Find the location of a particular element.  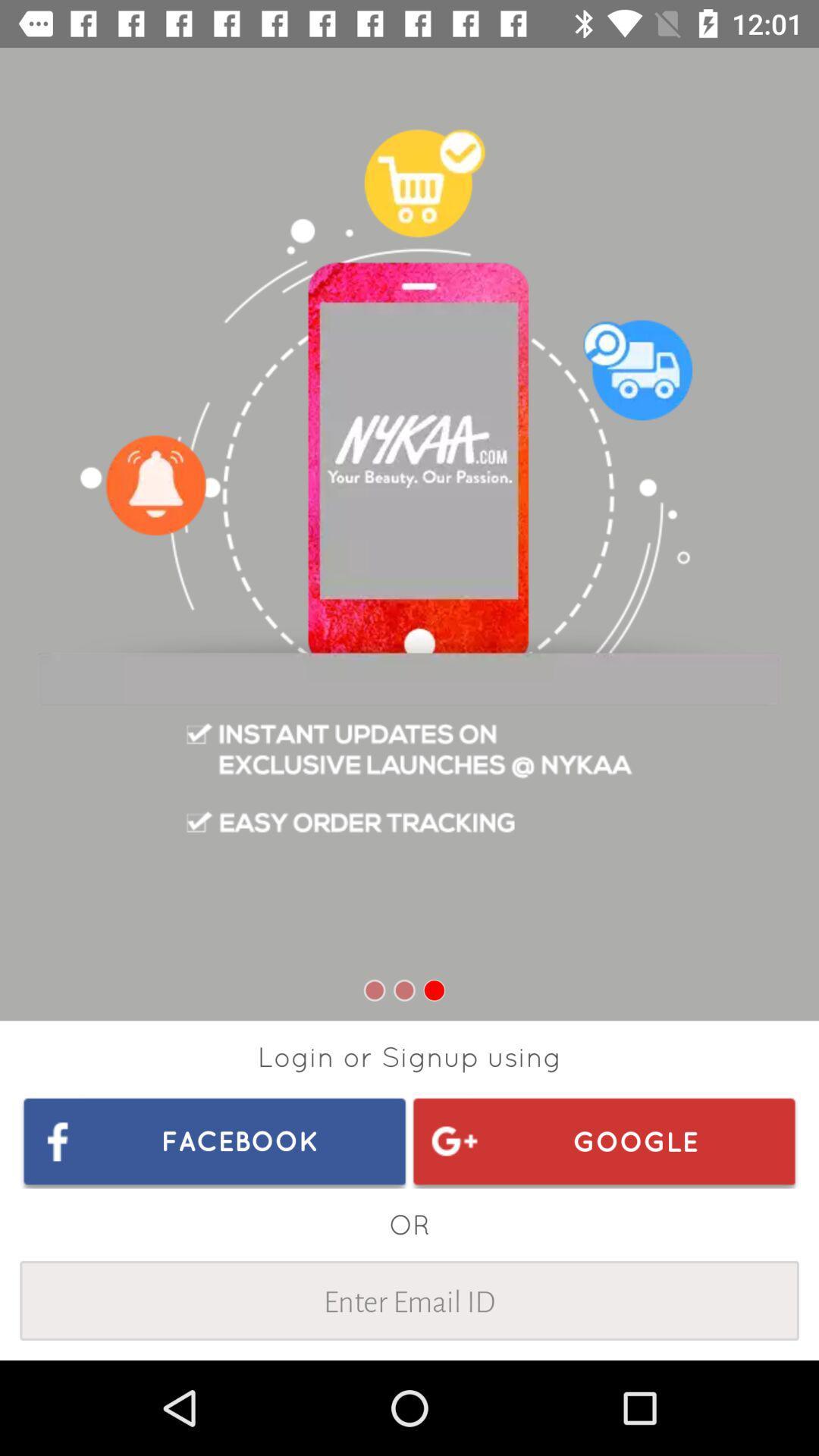

the item above the or is located at coordinates (603, 1141).